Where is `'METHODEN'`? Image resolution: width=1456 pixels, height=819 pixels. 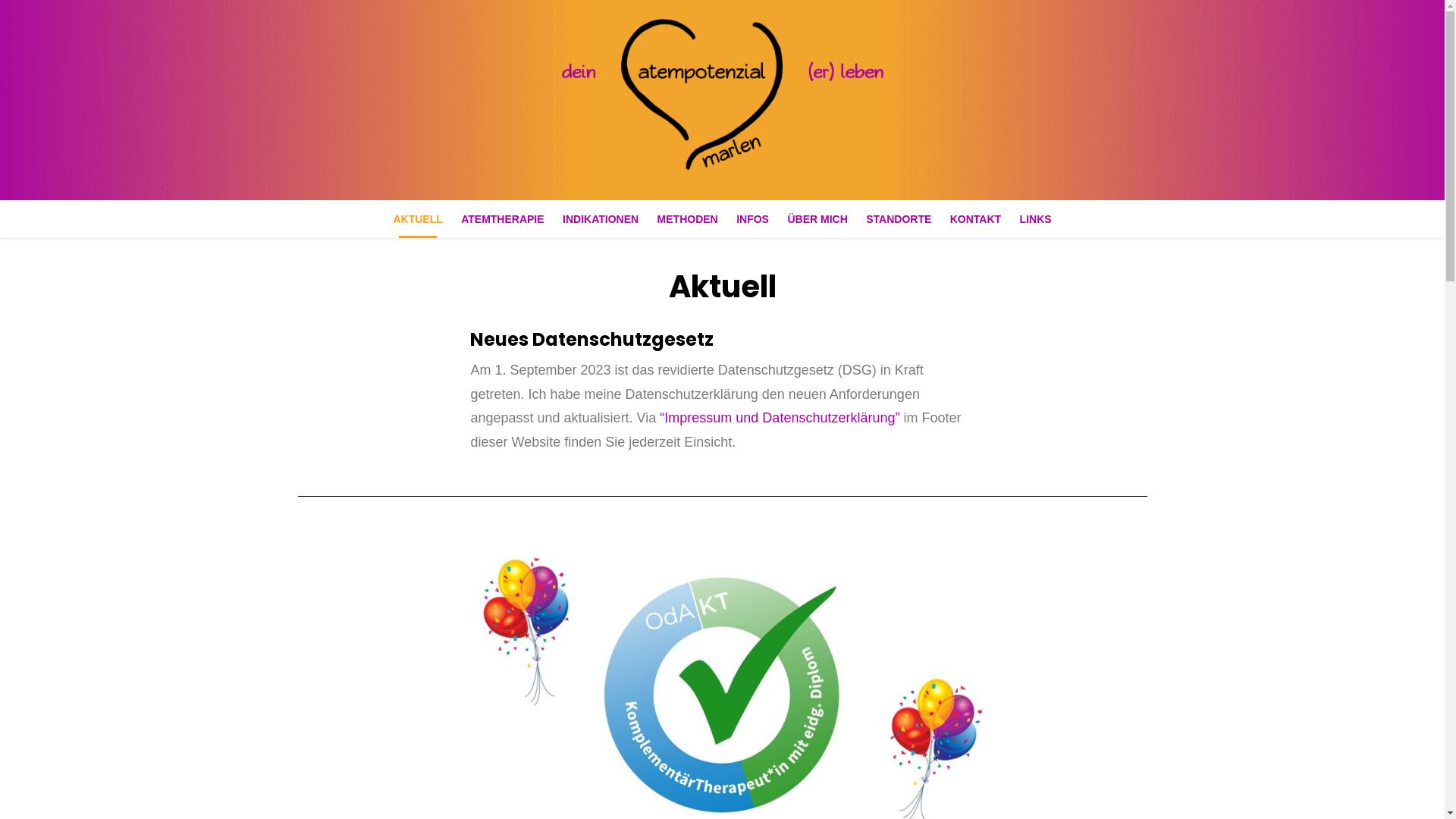 'METHODEN' is located at coordinates (687, 219).